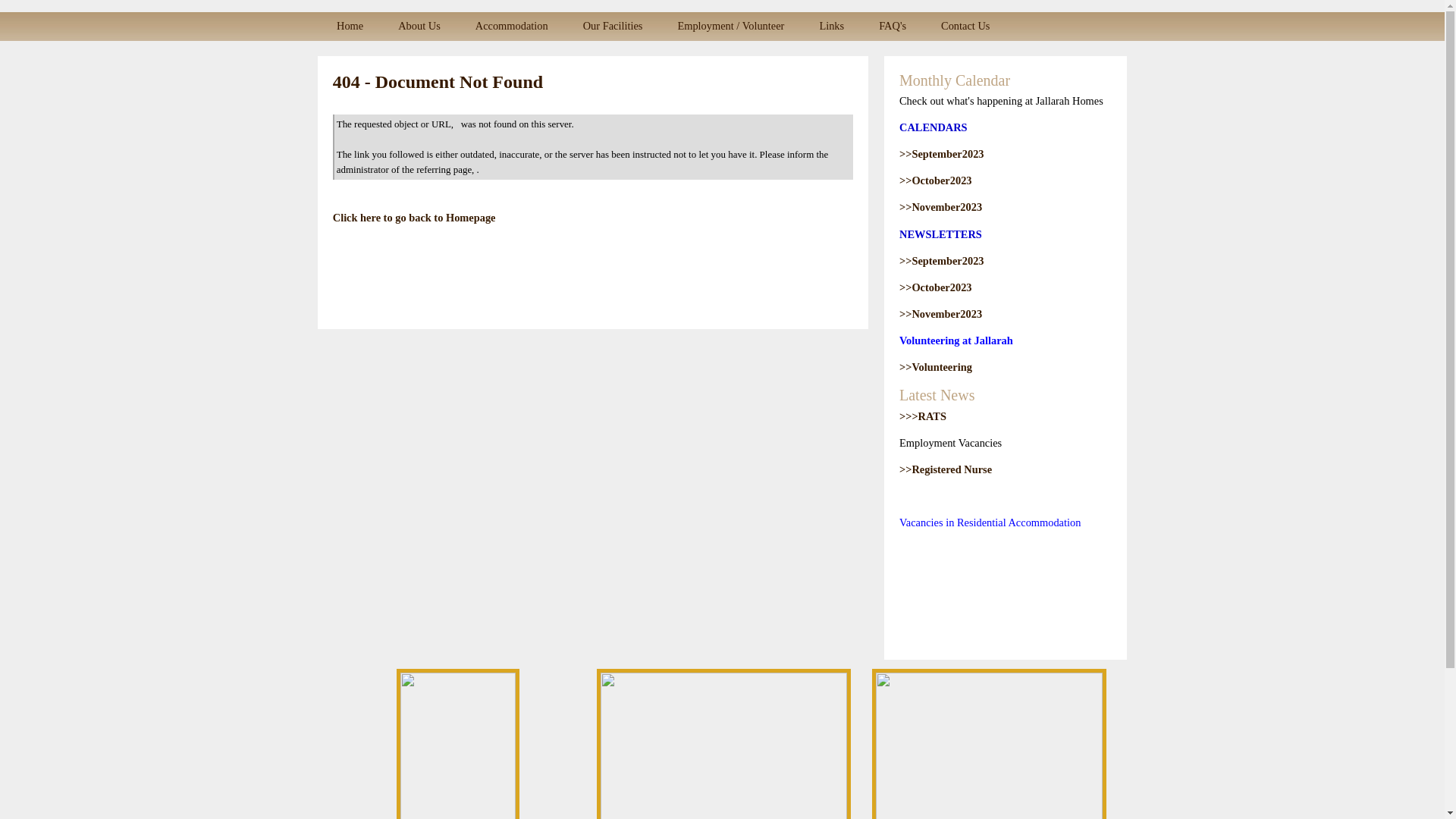 The image size is (1456, 819). Describe the element at coordinates (512, 26) in the screenshot. I see `'Accommodation'` at that location.